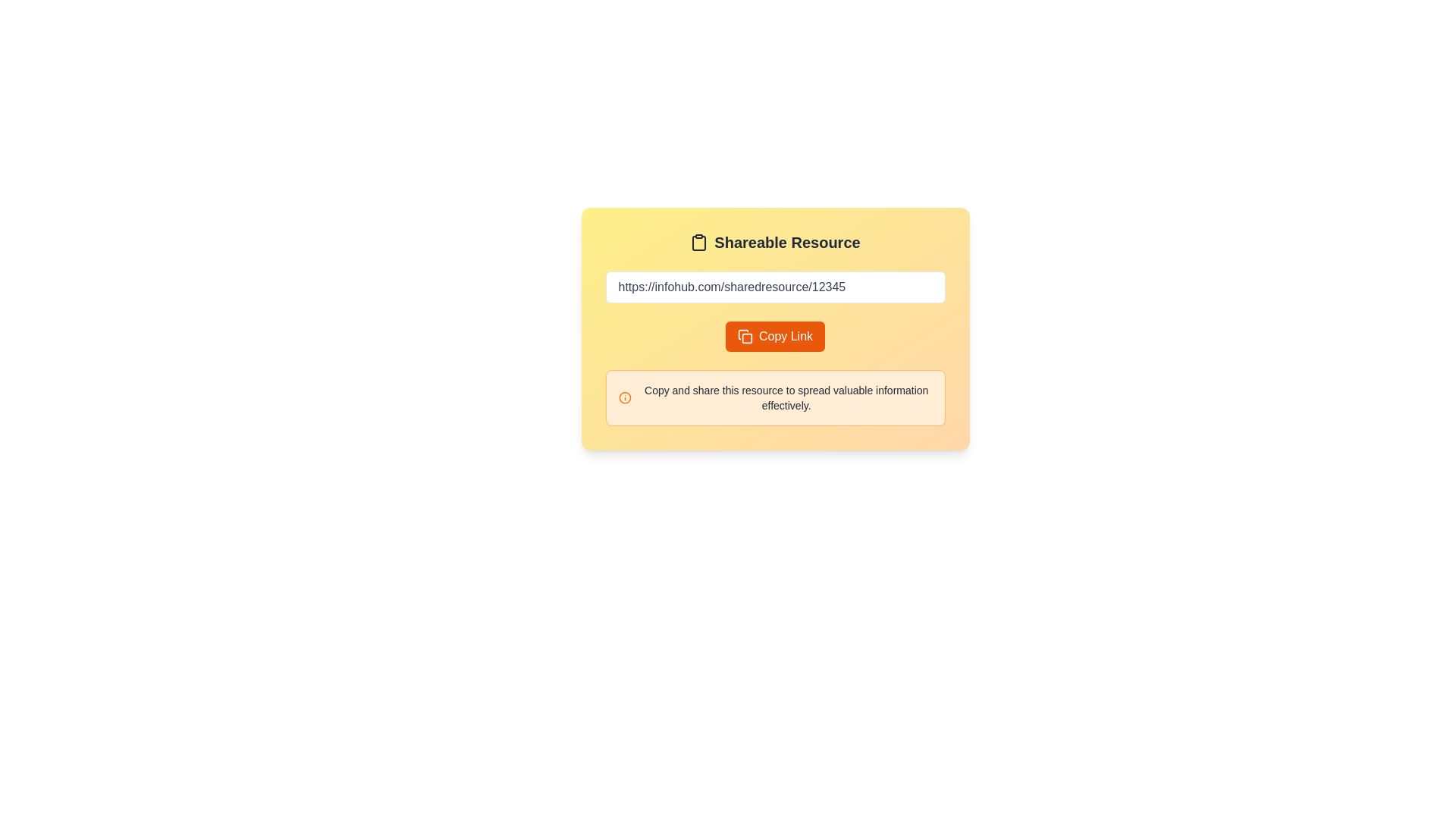  Describe the element at coordinates (625, 397) in the screenshot. I see `the informational icon located in the bottom-left section of the orange notification box, adjacent to the text message that reads, "Copy and share this resource to spread valuable information effectively."` at that location.